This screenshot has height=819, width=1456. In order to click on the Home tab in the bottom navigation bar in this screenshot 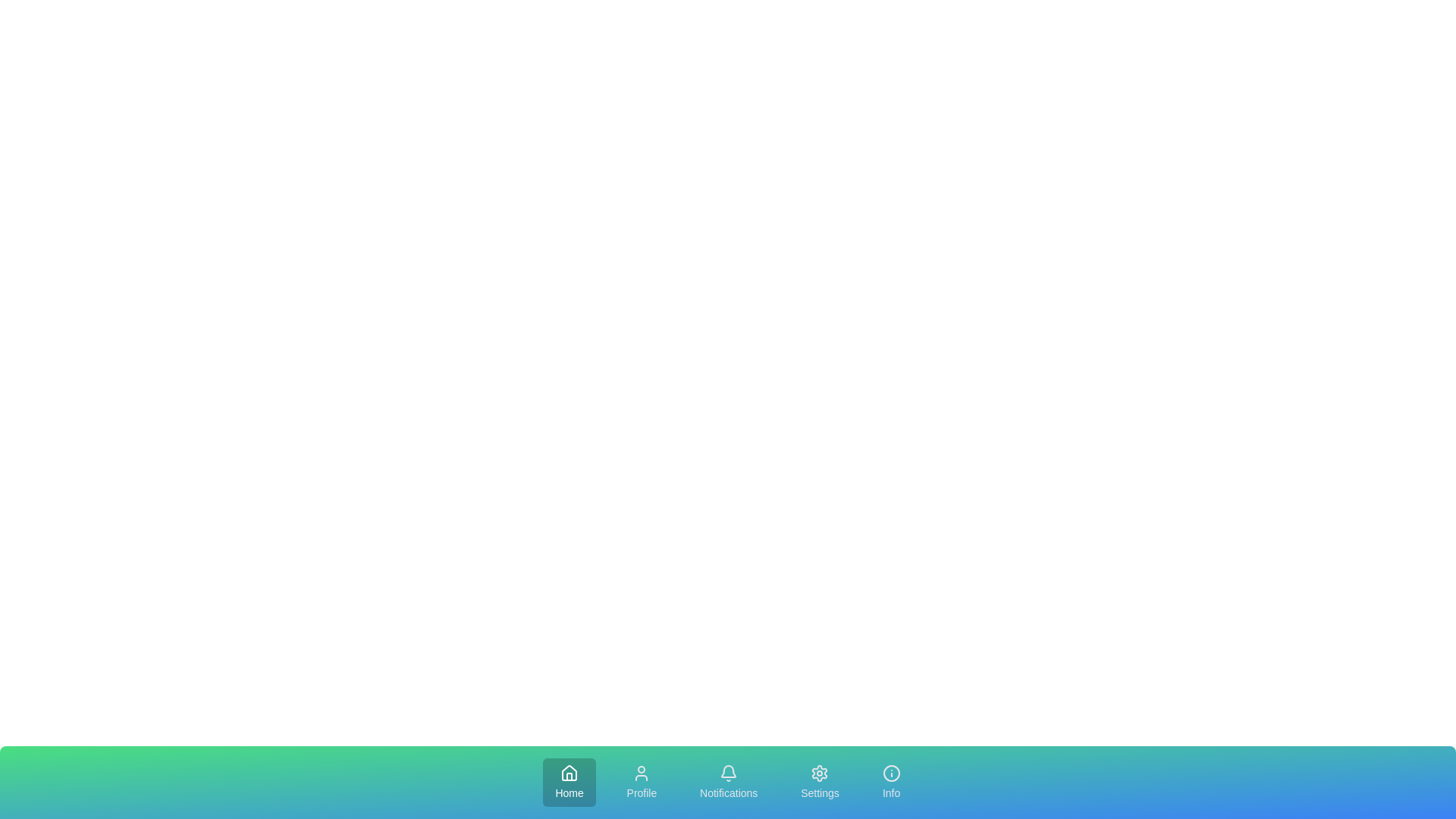, I will do `click(569, 783)`.